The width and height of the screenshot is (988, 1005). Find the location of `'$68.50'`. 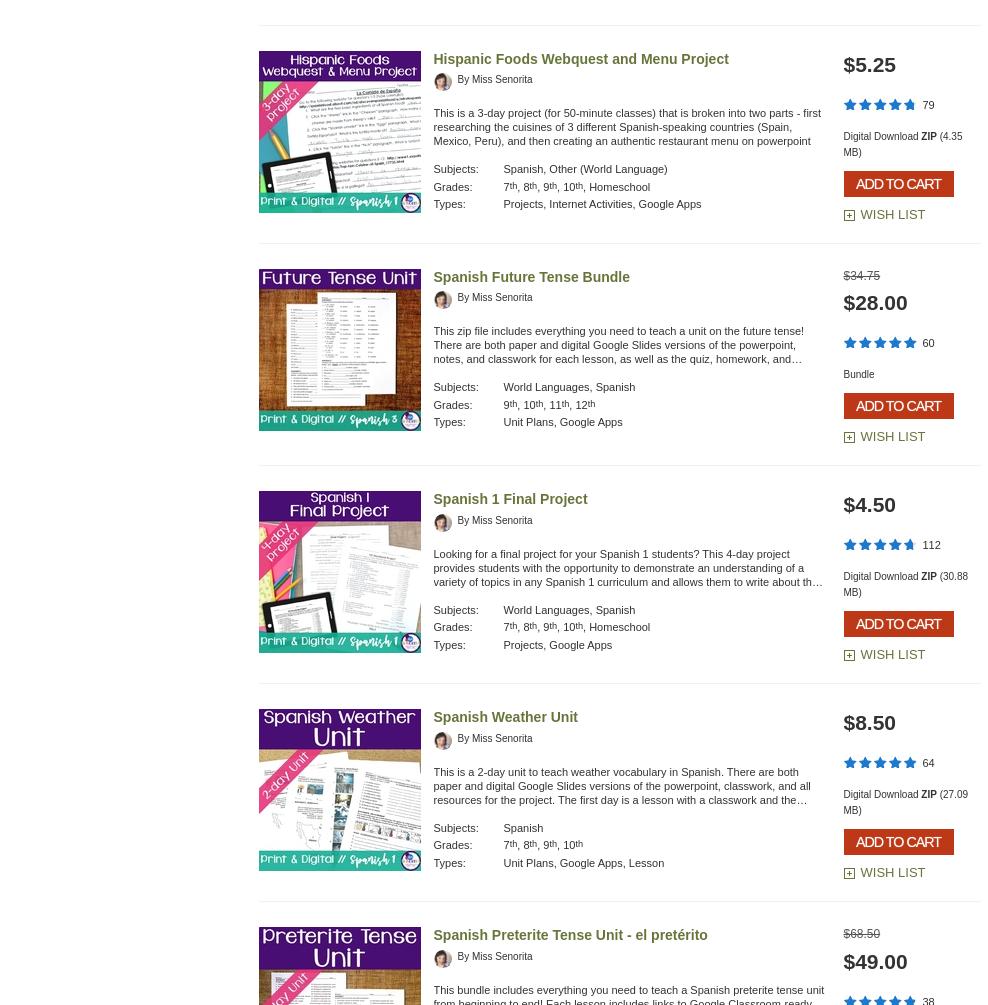

'$68.50' is located at coordinates (861, 933).